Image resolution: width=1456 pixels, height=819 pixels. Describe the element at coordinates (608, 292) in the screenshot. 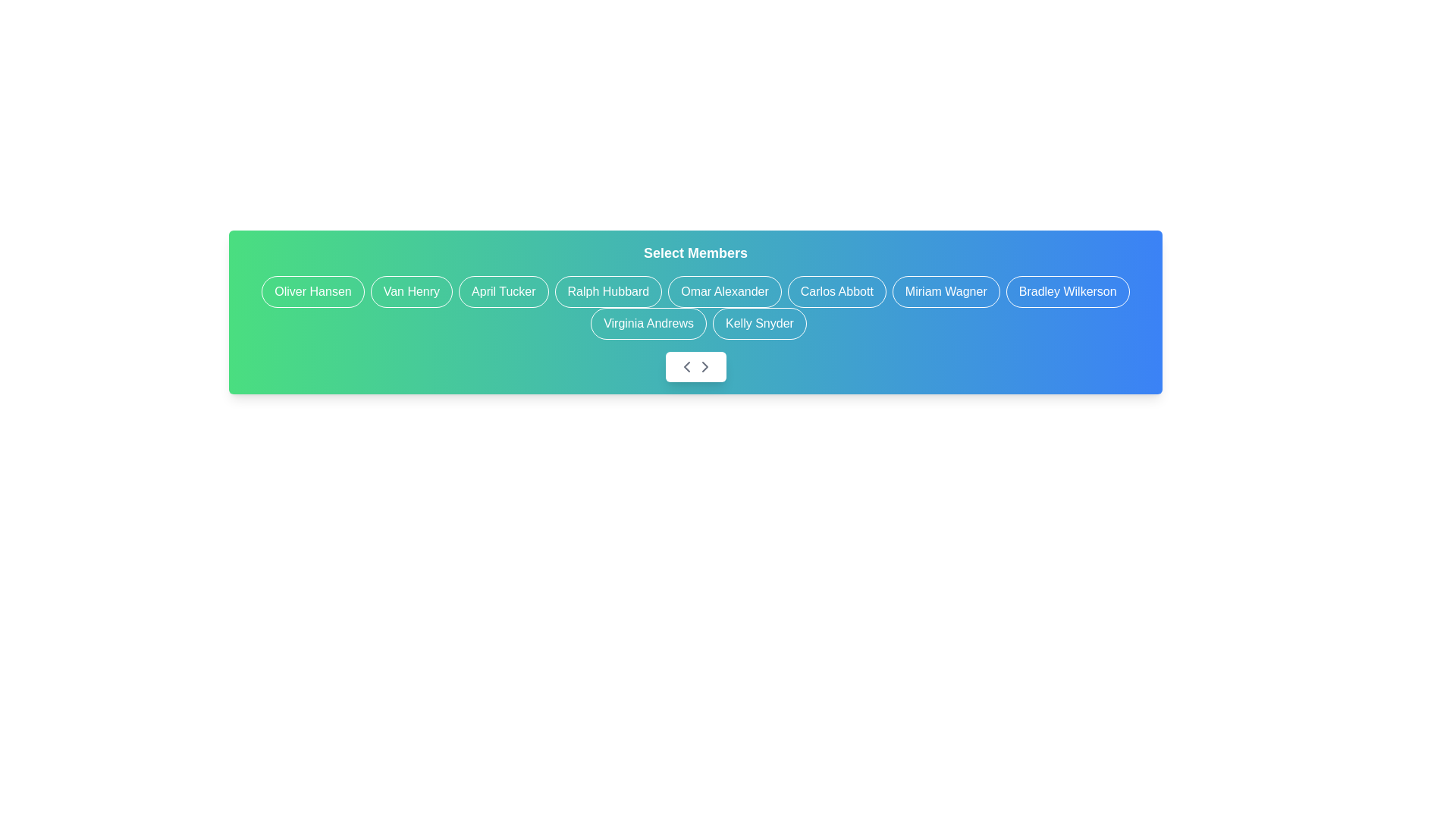

I see `the button that serves as a selection or toggle for the user related to the option 'Ralph Hubbard', which is the fourth button in a horizontal list of buttons` at that location.